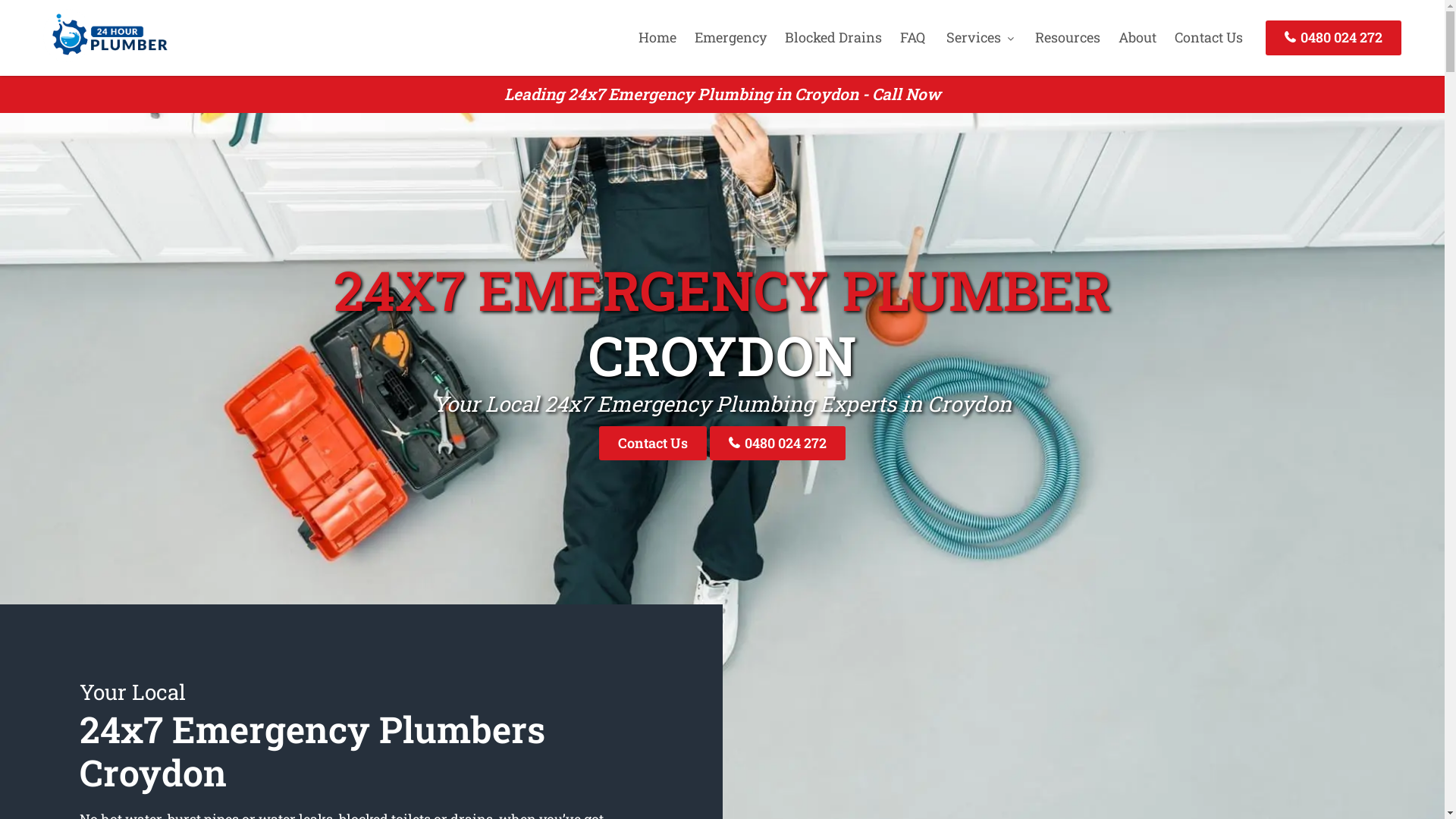 This screenshot has width=1456, height=819. What do you see at coordinates (892, 36) in the screenshot?
I see `'FAQ'` at bounding box center [892, 36].